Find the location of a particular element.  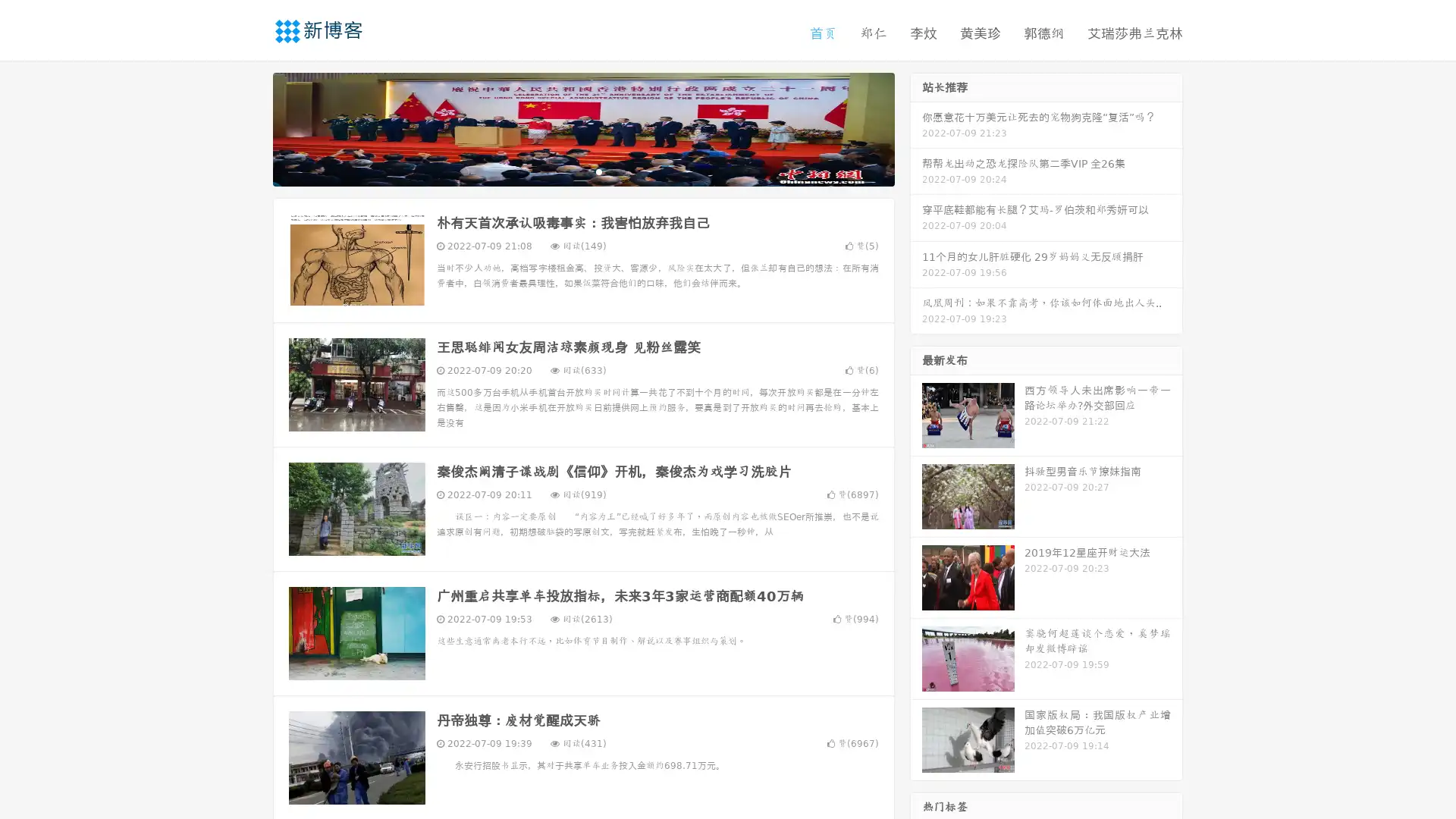

Previous slide is located at coordinates (250, 127).